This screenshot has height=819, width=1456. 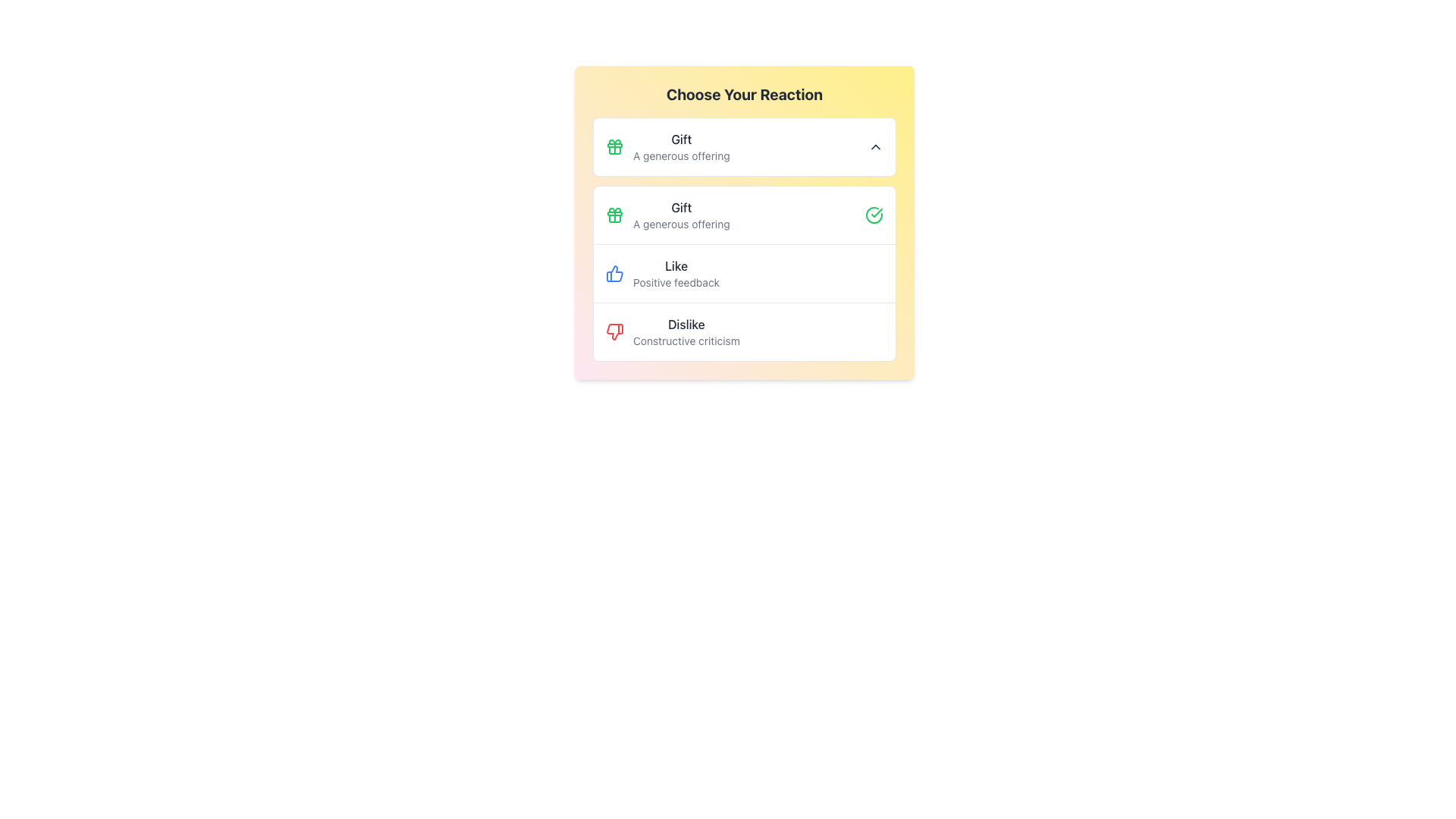 I want to click on the green gift box icon located at the leftmost position in the reaction selection box, which is accompanied by the text 'Gift' and 'A generous offering', so click(x=615, y=146).